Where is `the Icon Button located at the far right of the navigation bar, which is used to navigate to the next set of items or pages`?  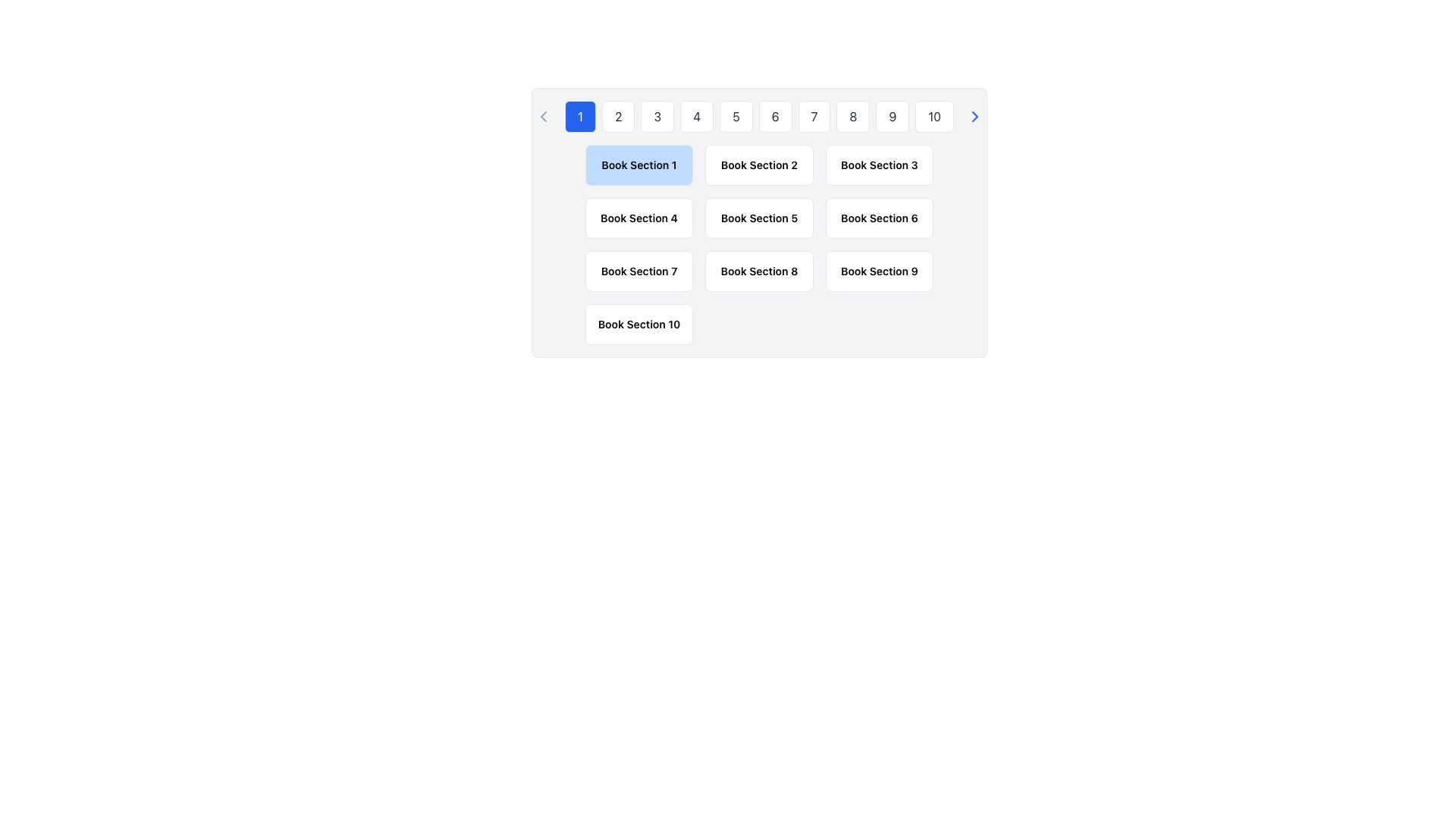
the Icon Button located at the far right of the navigation bar, which is used to navigate to the next set of items or pages is located at coordinates (975, 116).